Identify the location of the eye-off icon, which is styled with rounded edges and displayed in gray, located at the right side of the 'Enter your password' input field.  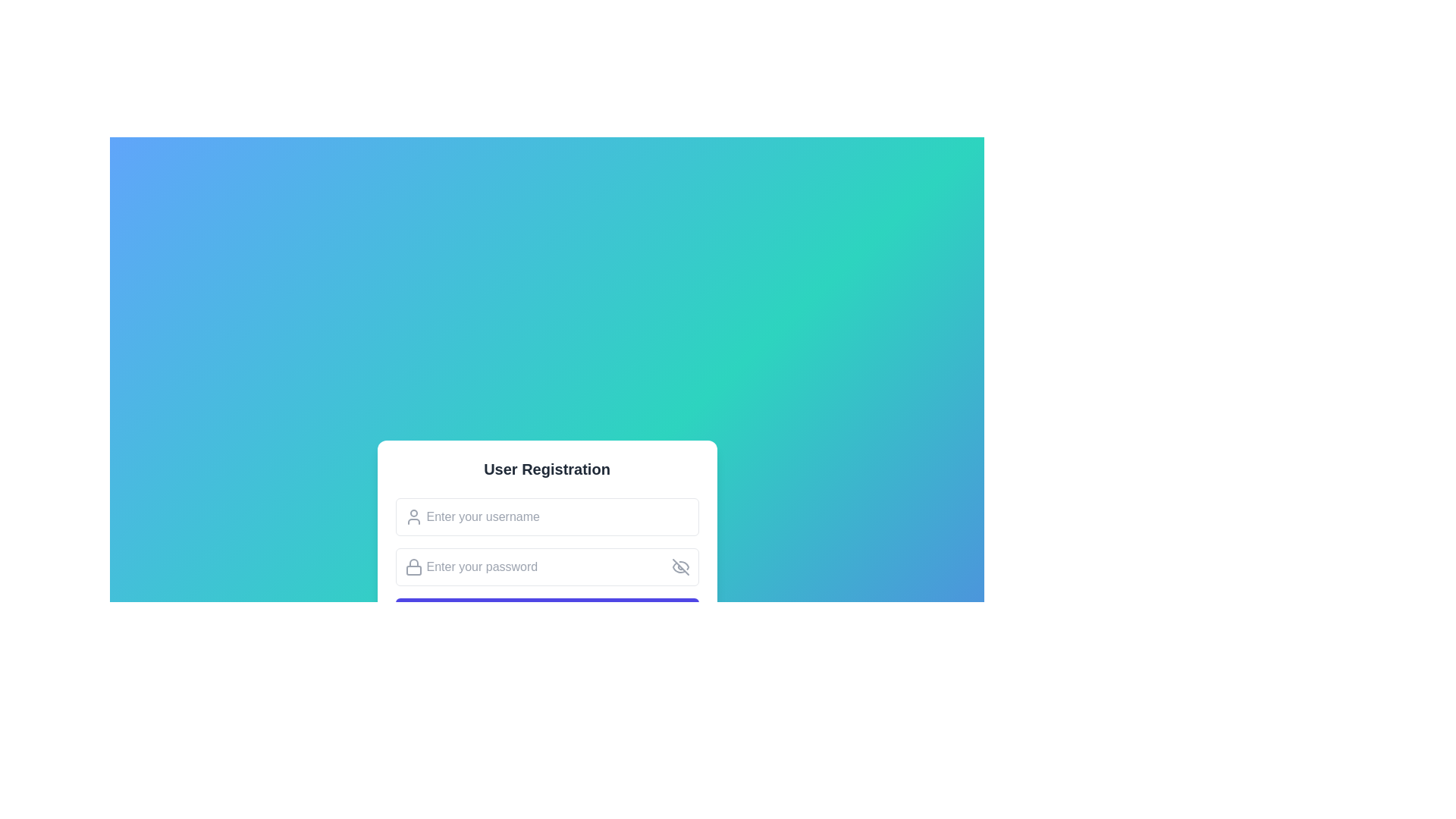
(679, 567).